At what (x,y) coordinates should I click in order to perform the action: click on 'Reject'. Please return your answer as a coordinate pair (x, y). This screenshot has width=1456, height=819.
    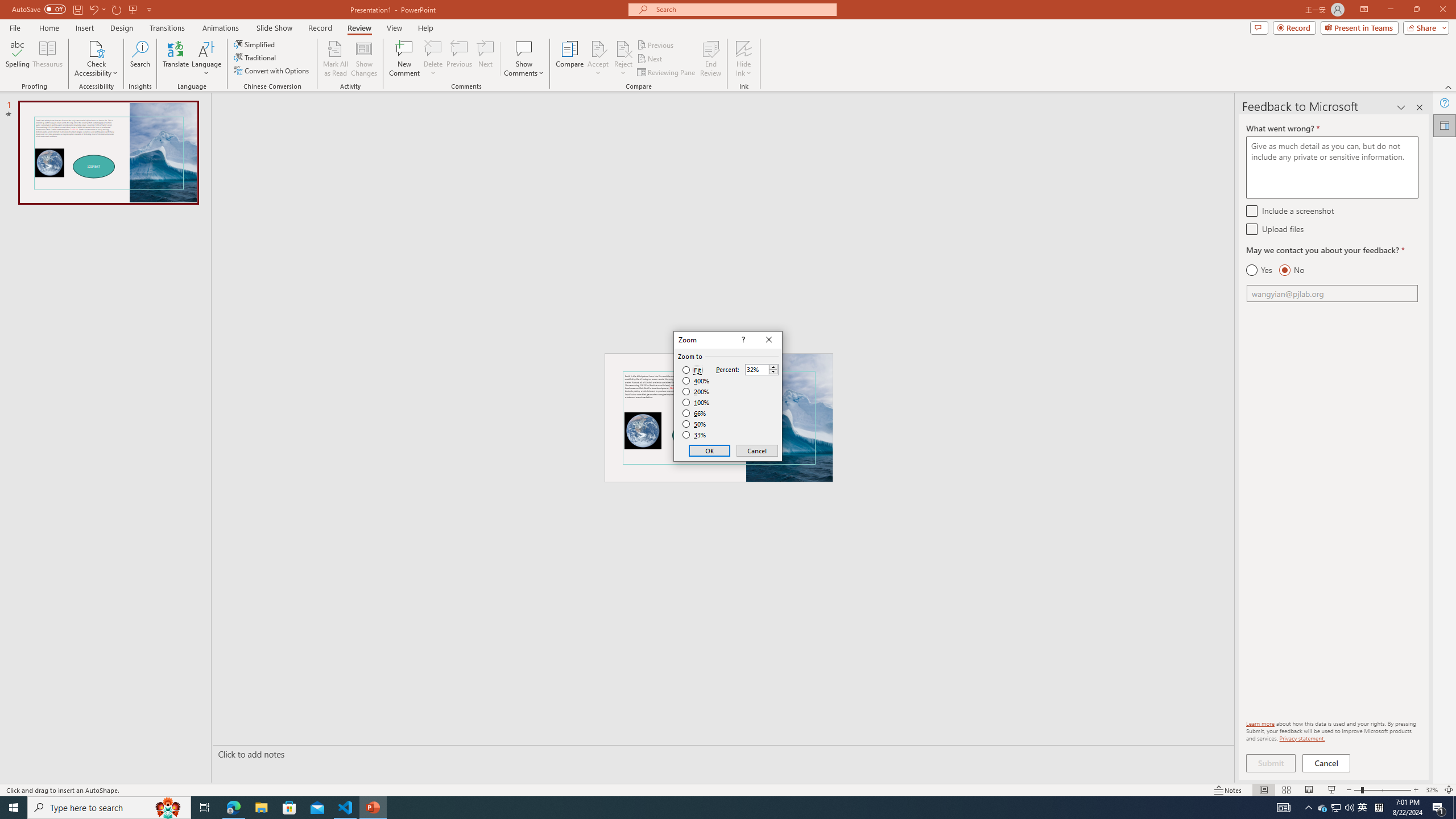
    Looking at the image, I should click on (622, 59).